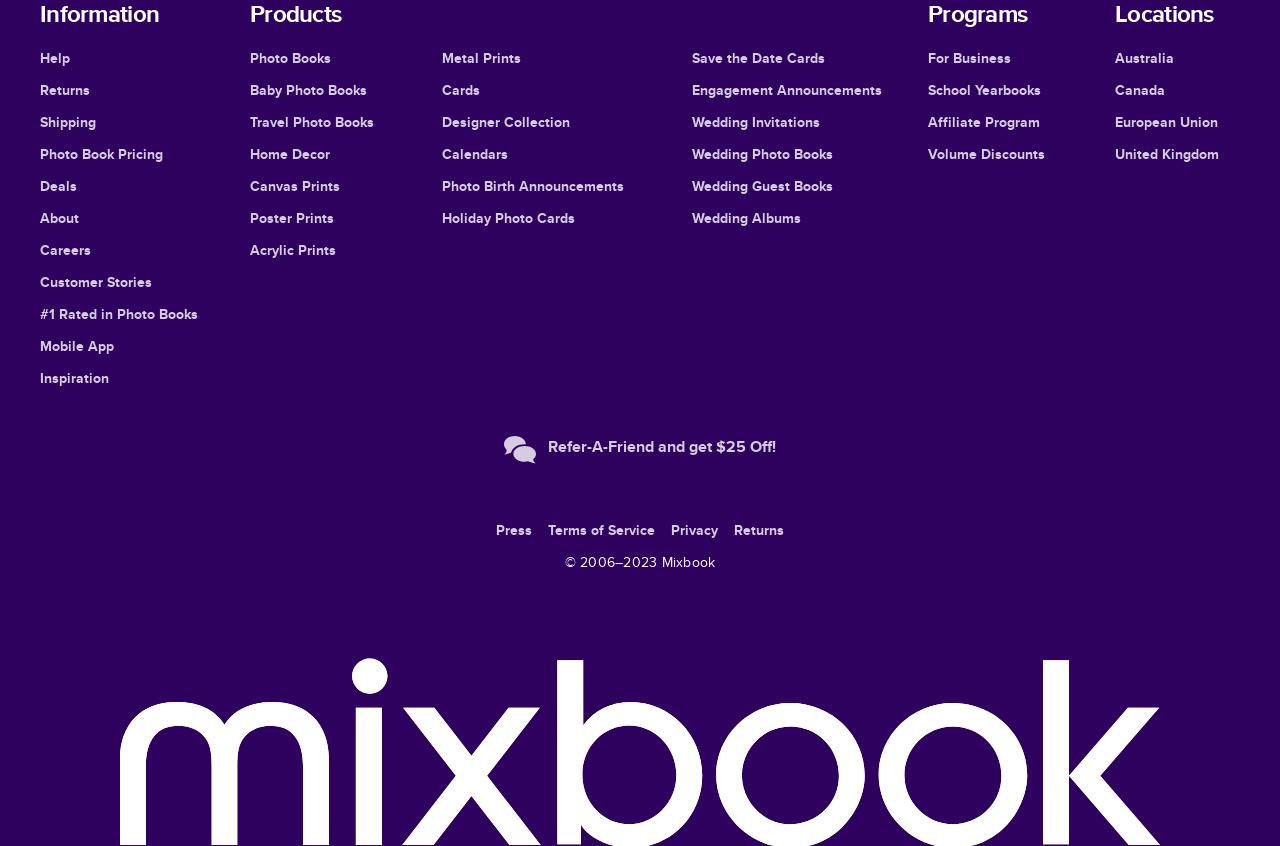 This screenshot has width=1280, height=846. I want to click on 'Photo Birth Announcements', so click(532, 185).